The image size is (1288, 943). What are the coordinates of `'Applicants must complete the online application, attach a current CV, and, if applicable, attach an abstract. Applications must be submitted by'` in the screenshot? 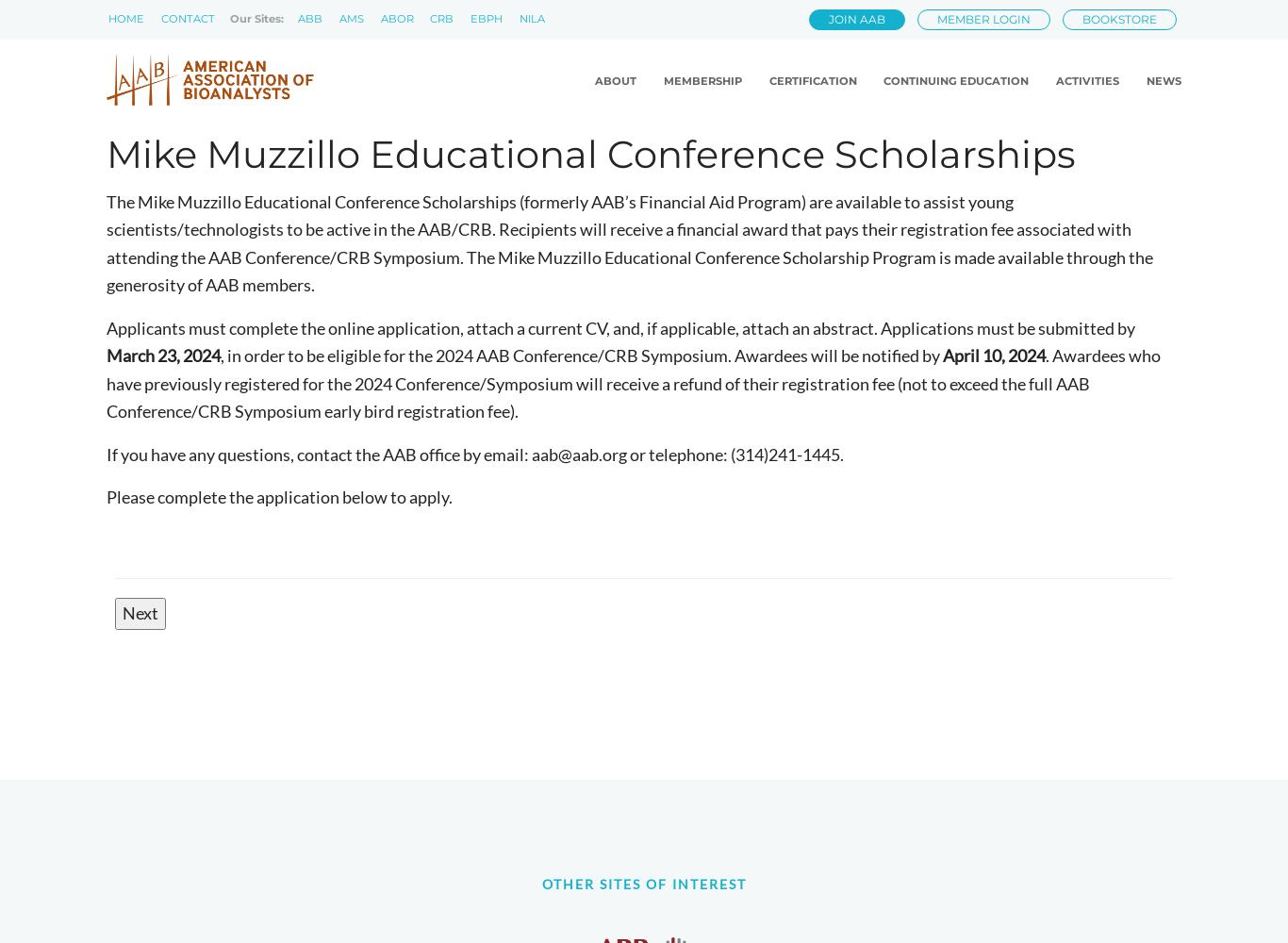 It's located at (619, 326).